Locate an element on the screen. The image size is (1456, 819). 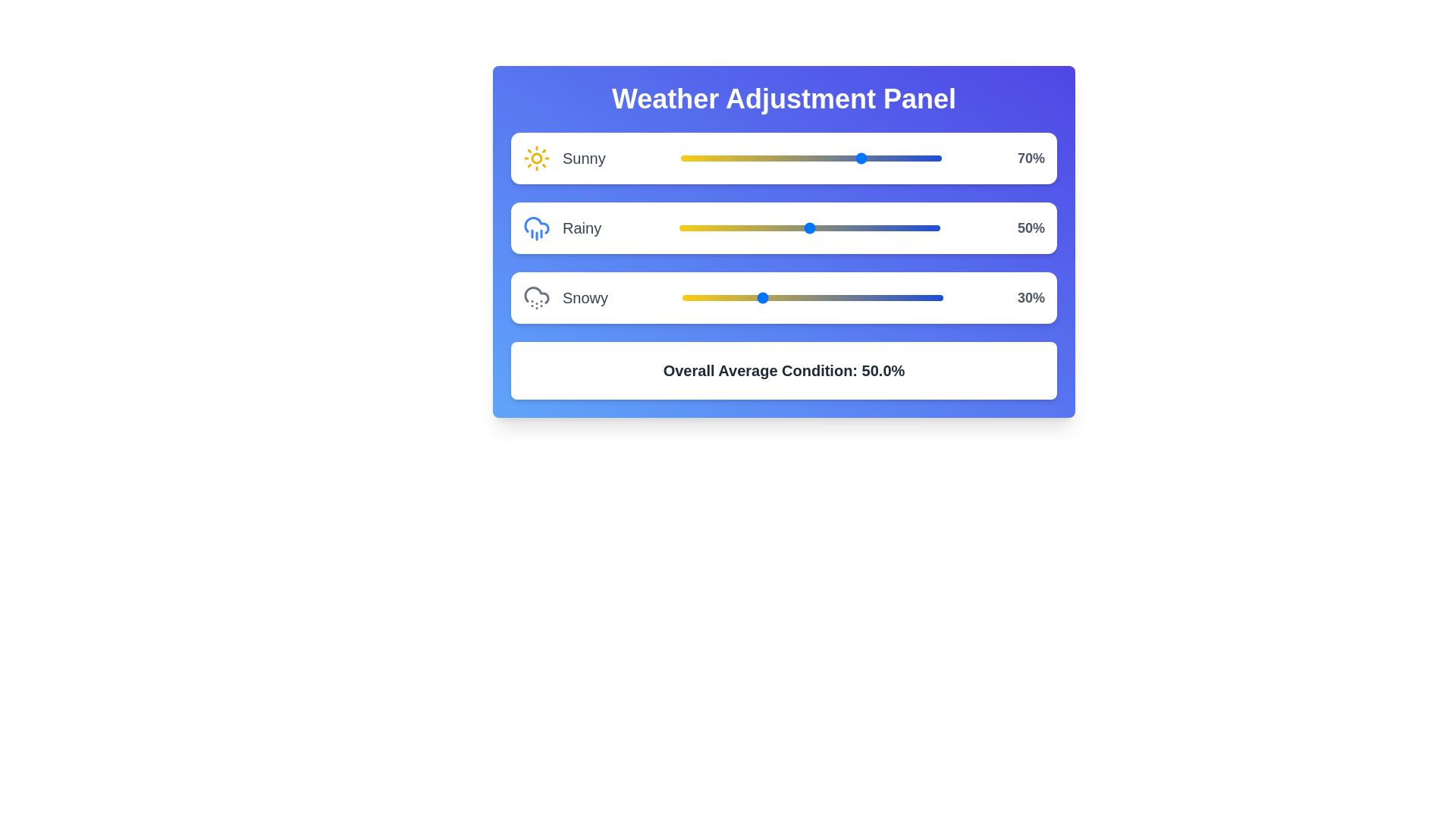
the 'Sunny' icon, which is a small circular shape within a bright yellow sun-like icon, positioned at the top of the vertical list of weather condition sliders is located at coordinates (537, 158).